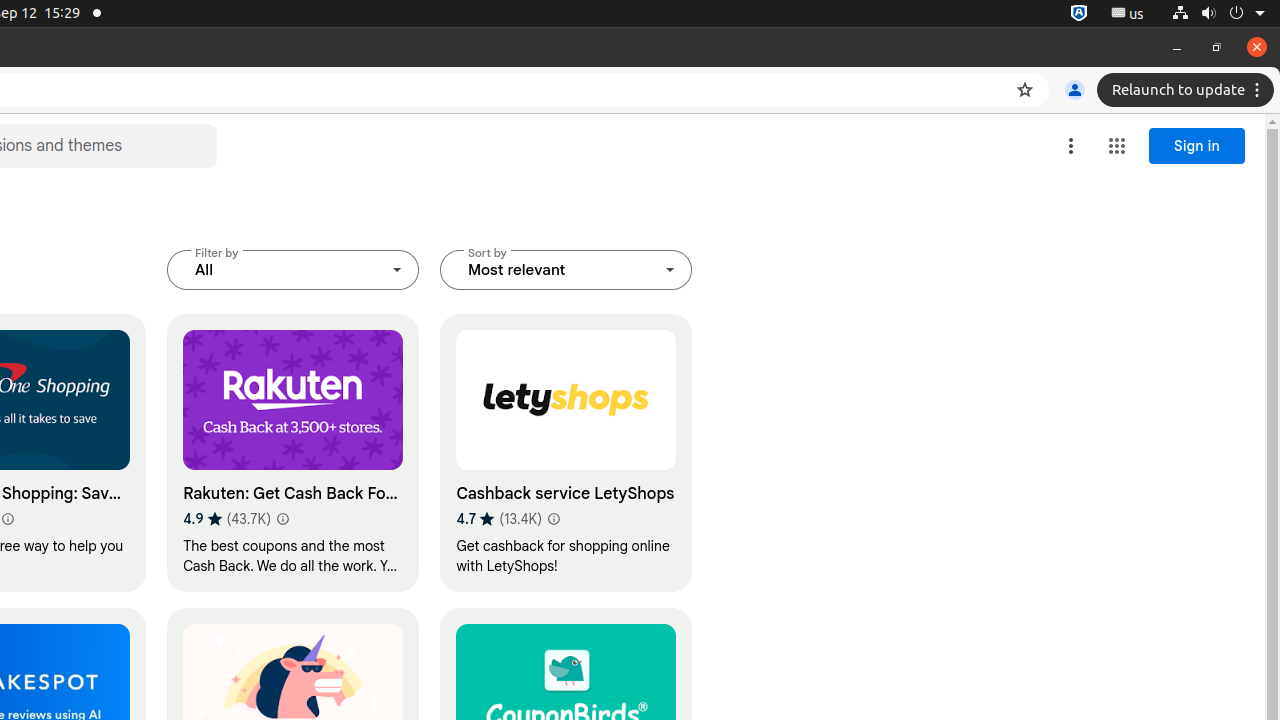  I want to click on 'Learn more about results and reviews "Rakuten: Get Cash Back For Shopping"', so click(280, 517).